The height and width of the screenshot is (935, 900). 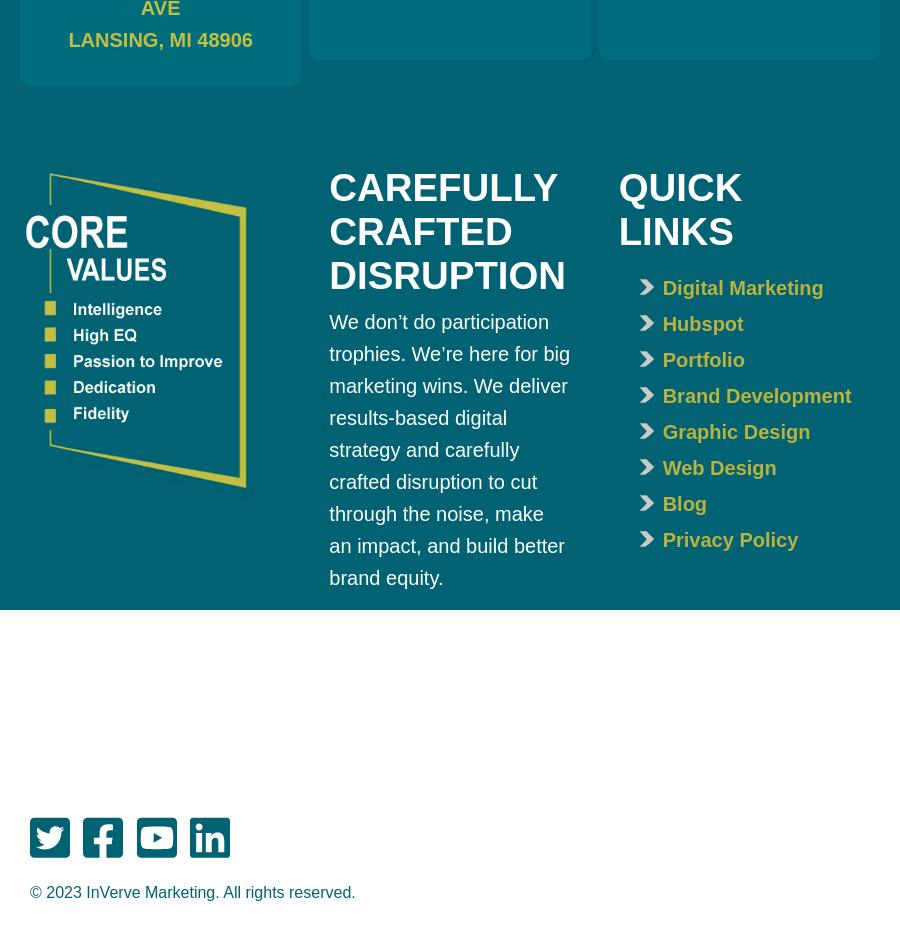 I want to click on 'Privacy Policy', so click(x=728, y=538).